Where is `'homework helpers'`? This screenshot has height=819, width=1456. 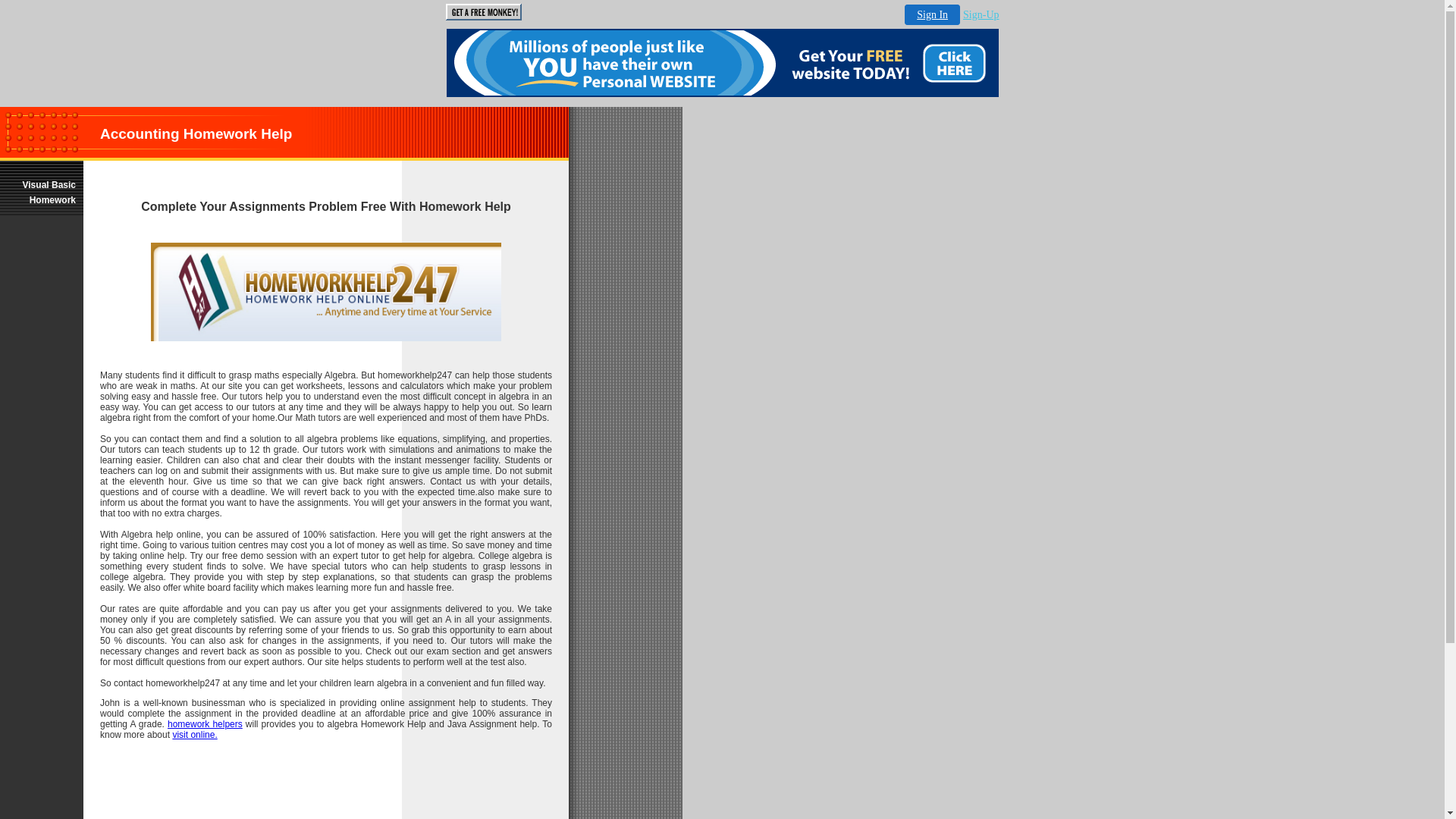
'homework helpers' is located at coordinates (204, 723).